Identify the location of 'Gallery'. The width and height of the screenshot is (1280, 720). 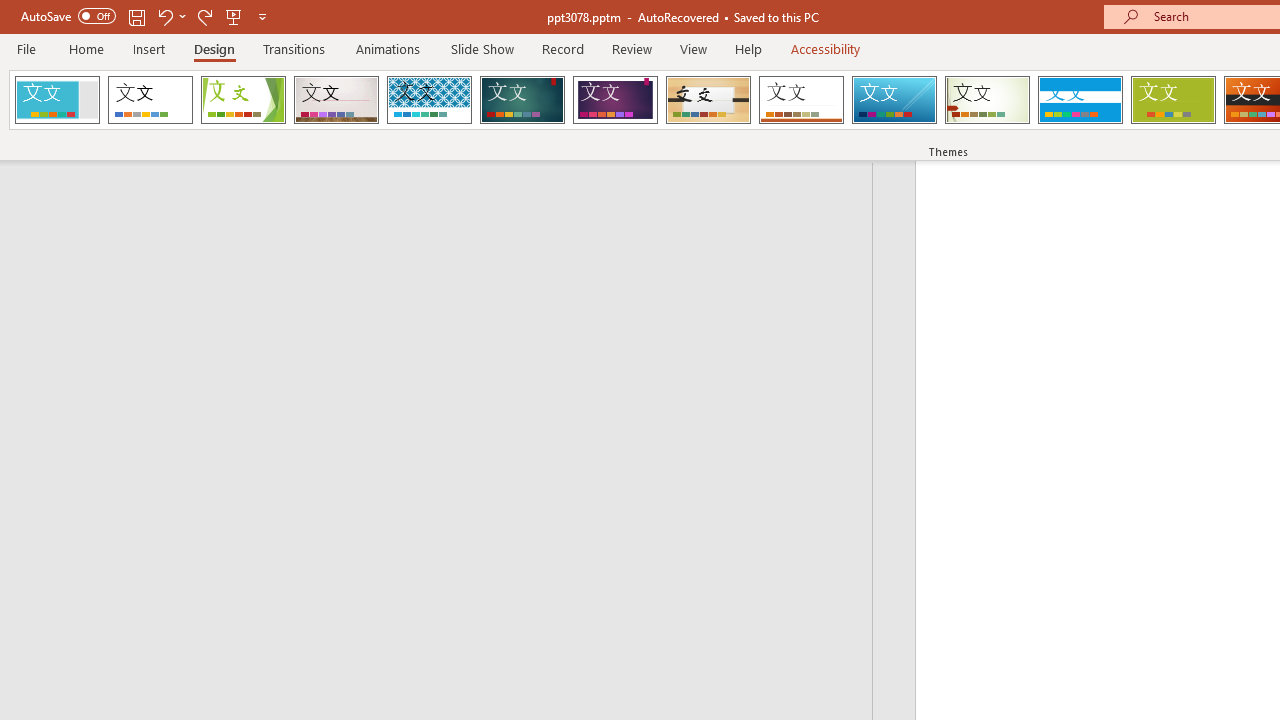
(336, 100).